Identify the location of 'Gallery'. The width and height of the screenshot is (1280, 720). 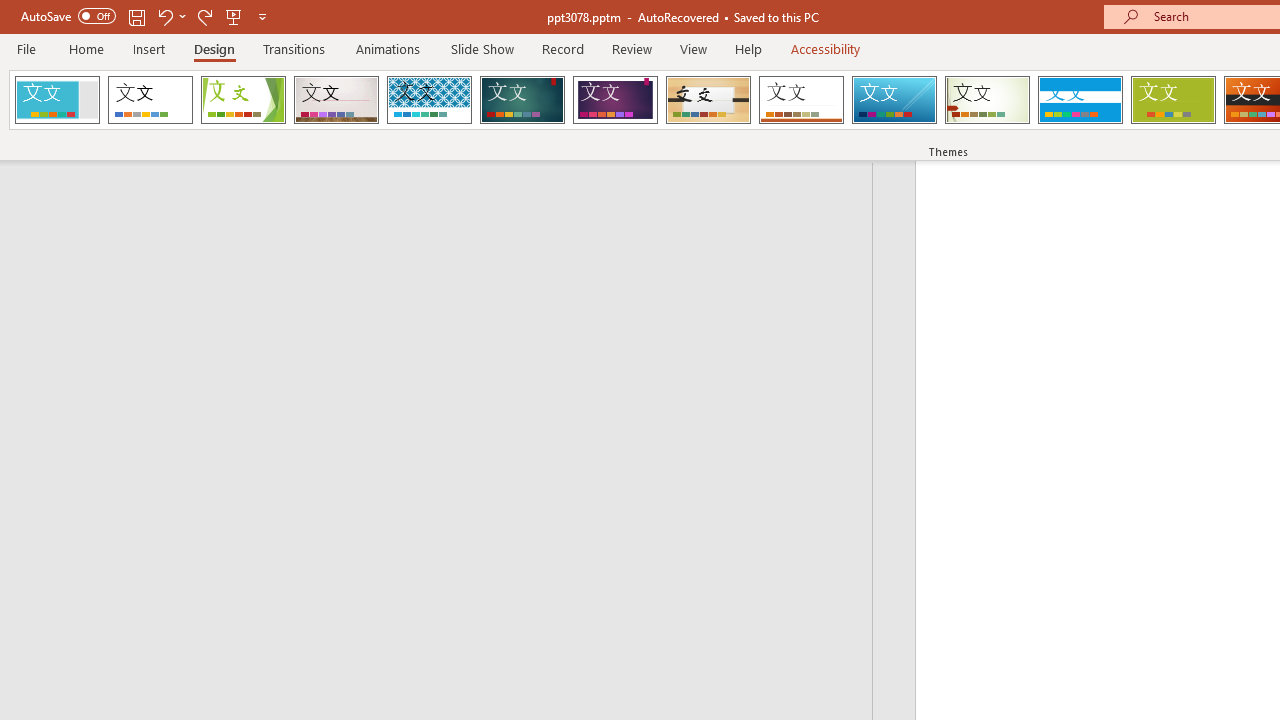
(336, 100).